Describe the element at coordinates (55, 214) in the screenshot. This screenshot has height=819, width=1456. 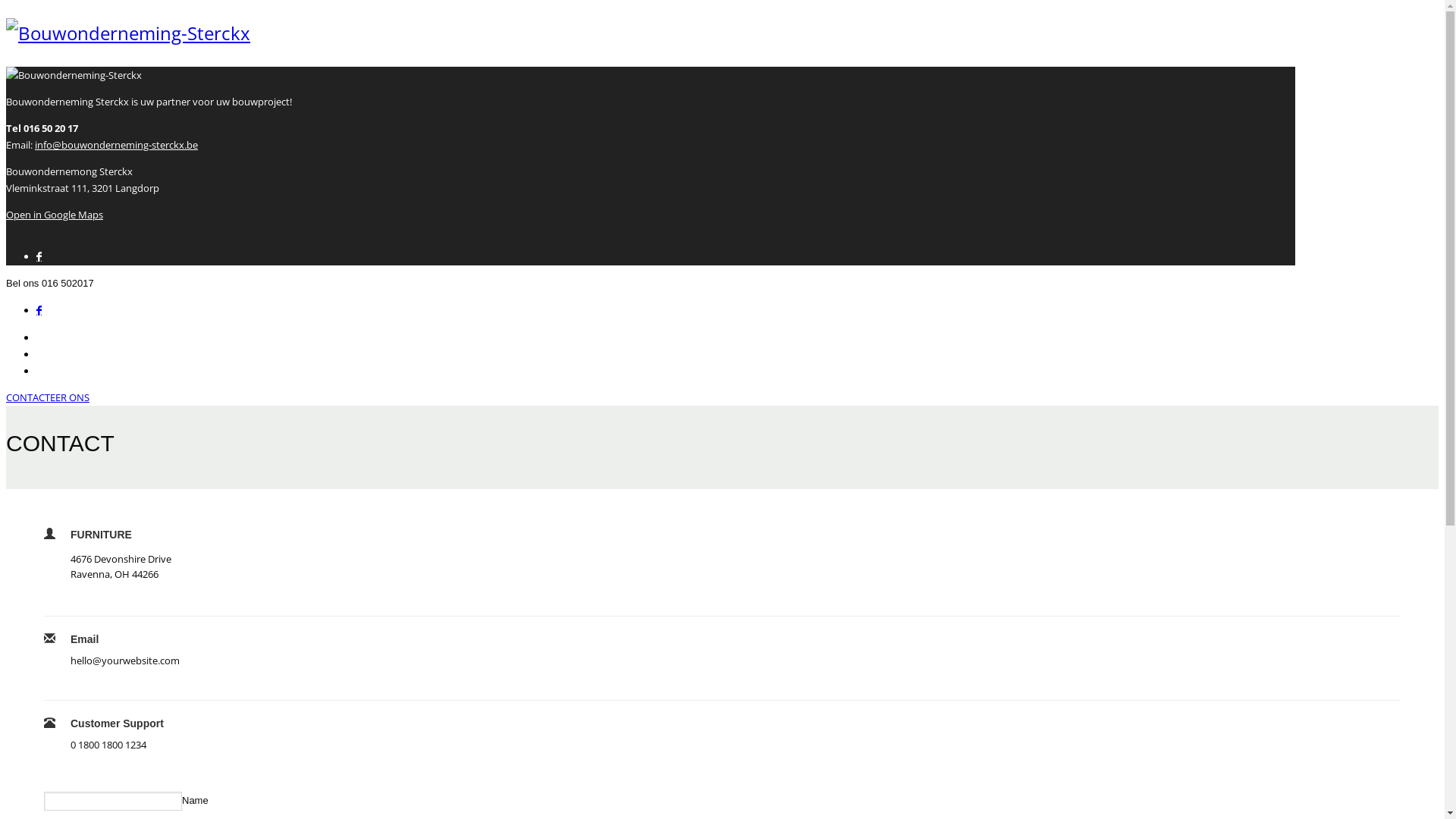
I see `'Open in Google Maps'` at that location.